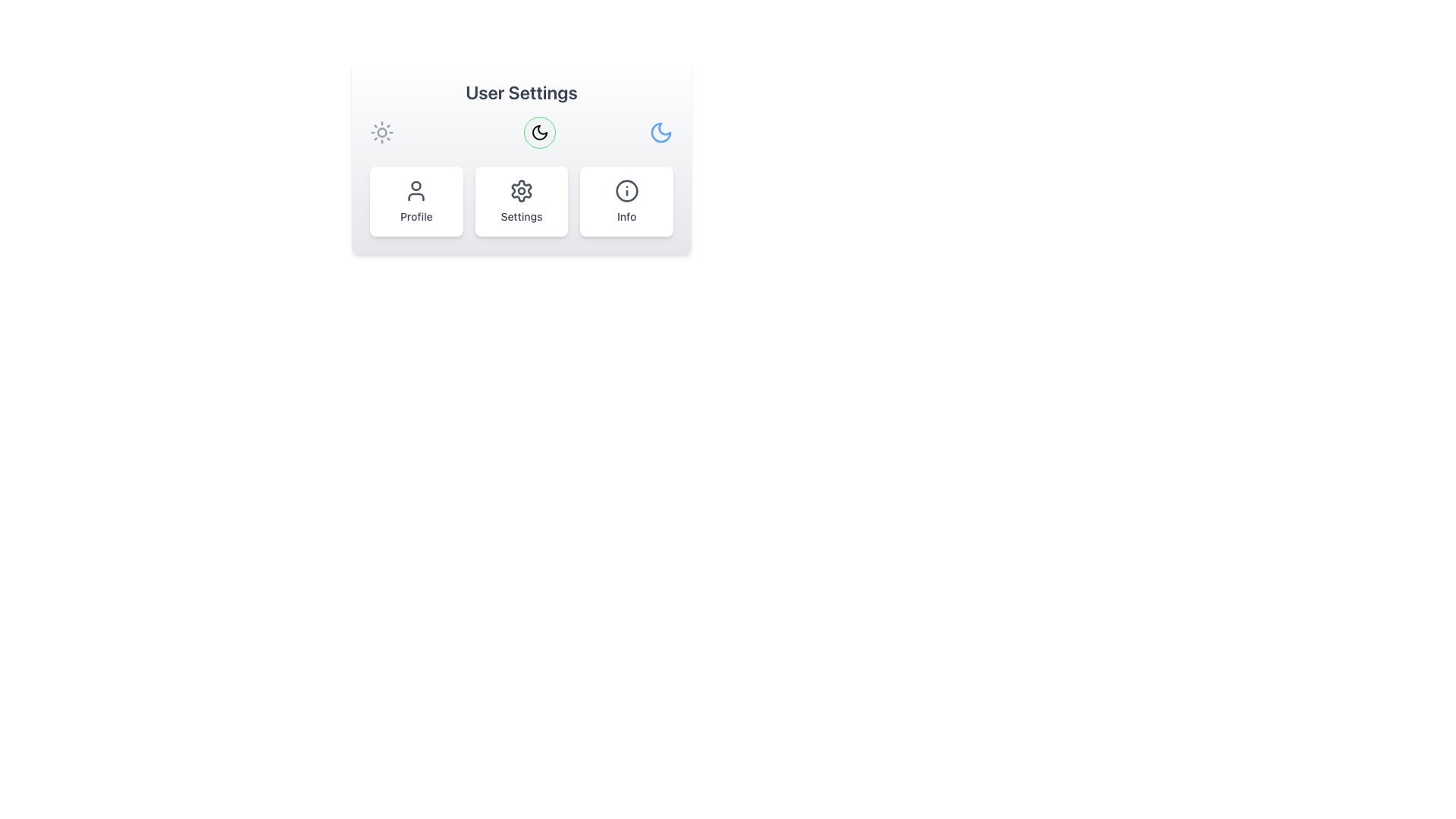 The width and height of the screenshot is (1456, 819). Describe the element at coordinates (521, 201) in the screenshot. I see `the 'Settings' button, which is a rounded button displaying the word 'Settings' below a cog icon` at that location.